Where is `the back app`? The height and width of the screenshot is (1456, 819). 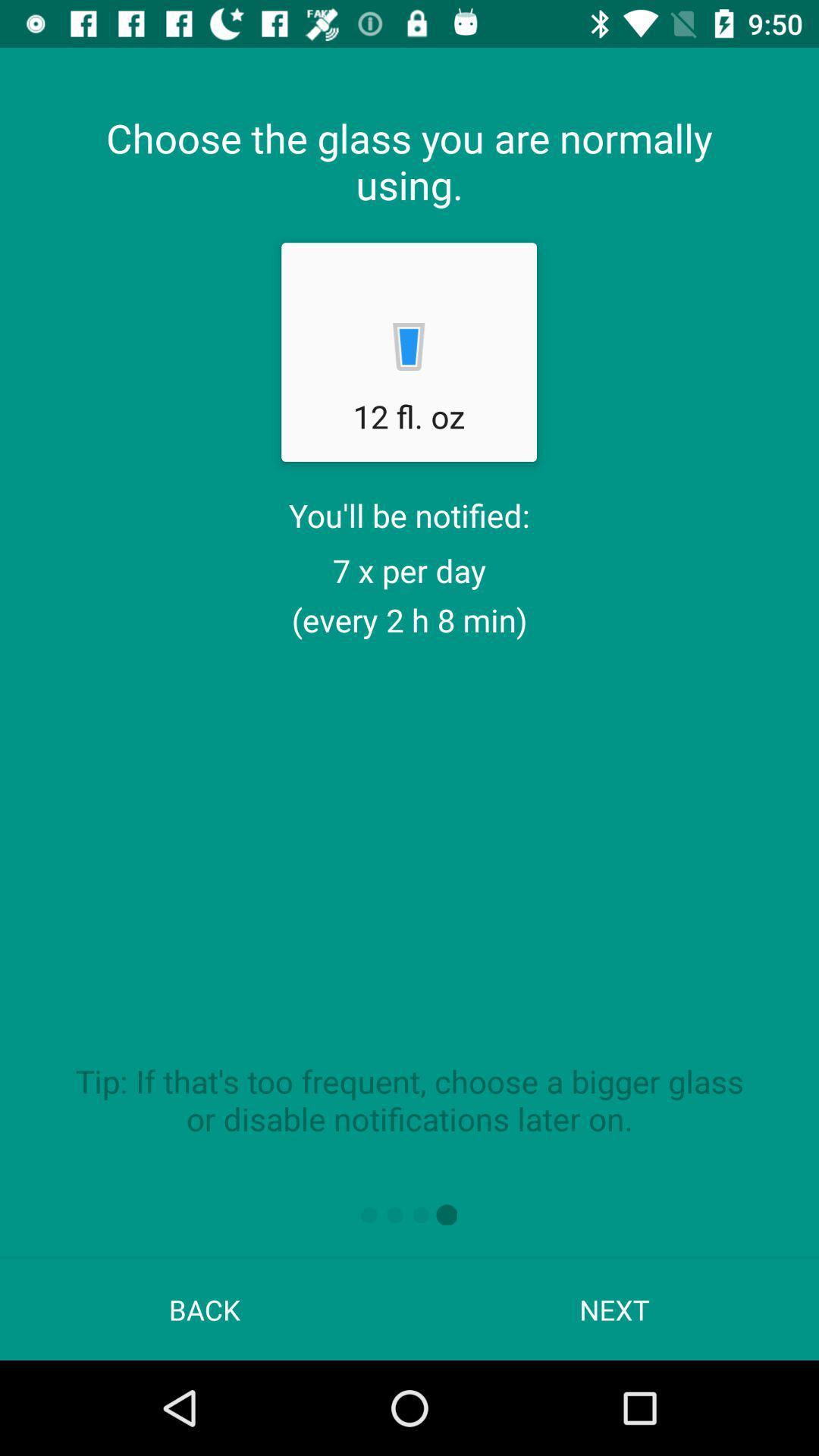 the back app is located at coordinates (205, 1309).